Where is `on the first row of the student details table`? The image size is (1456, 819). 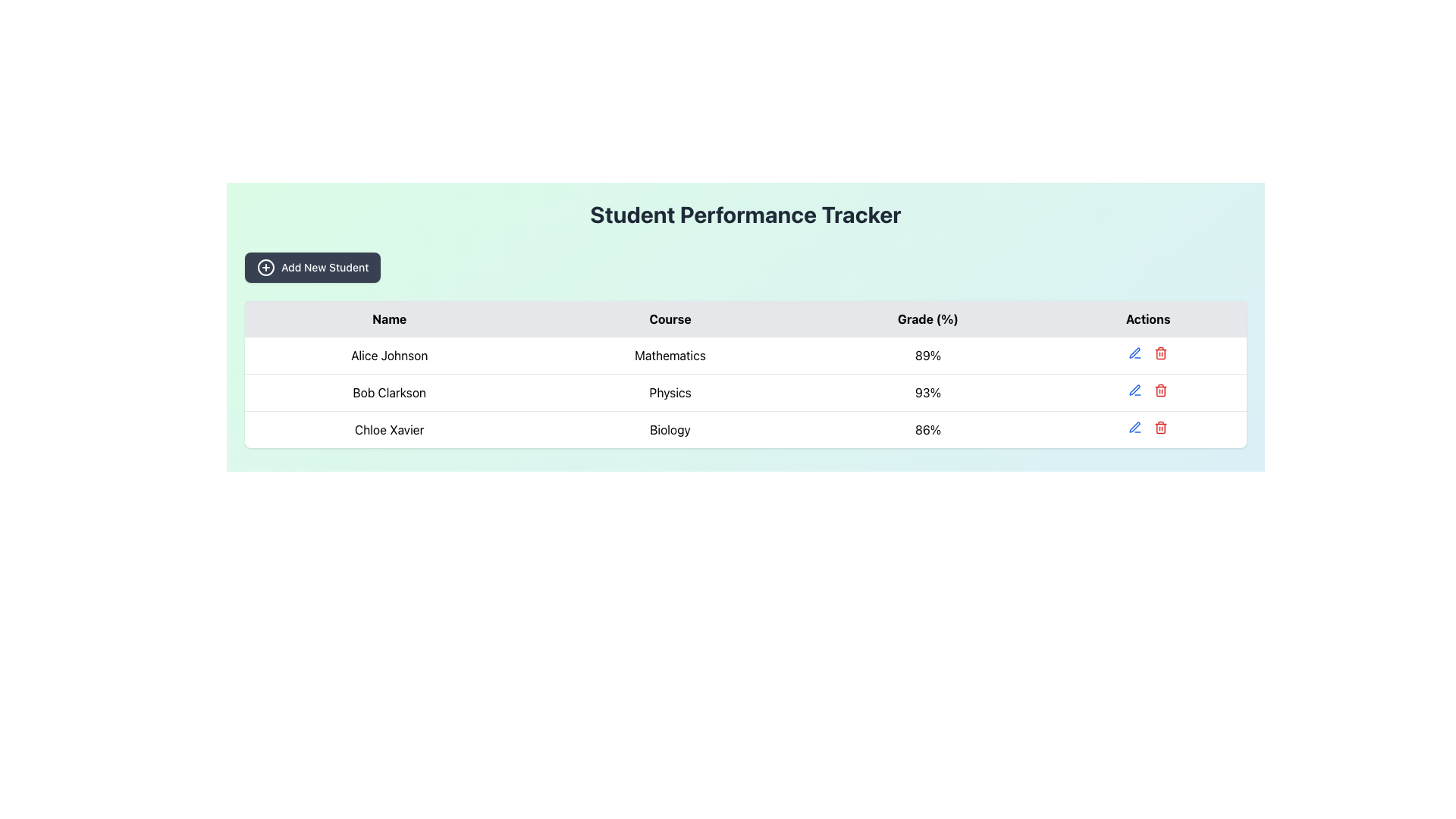
on the first row of the student details table is located at coordinates (745, 356).